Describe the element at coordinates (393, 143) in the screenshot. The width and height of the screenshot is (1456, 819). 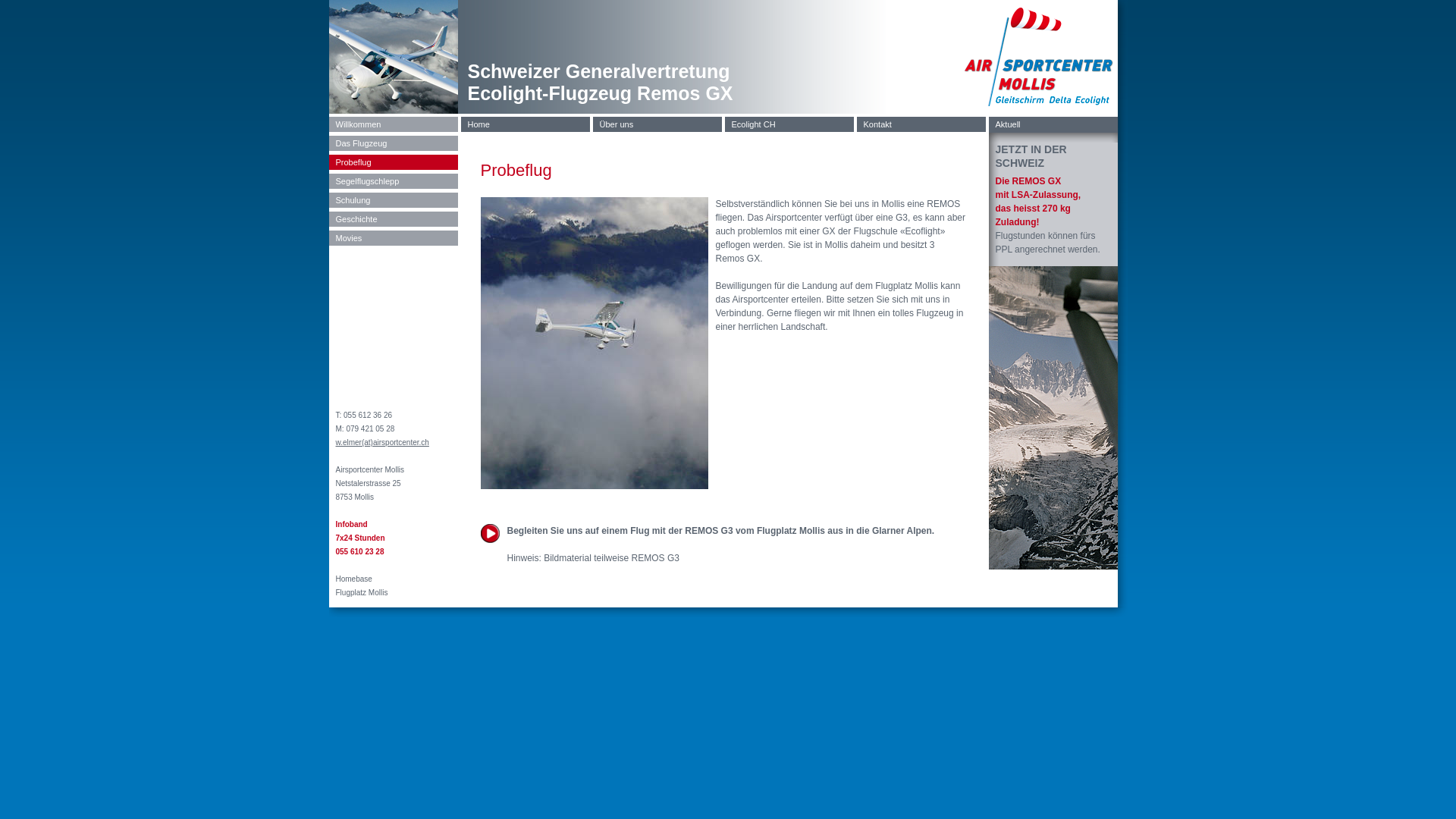
I see `'Das Flugzeug'` at that location.